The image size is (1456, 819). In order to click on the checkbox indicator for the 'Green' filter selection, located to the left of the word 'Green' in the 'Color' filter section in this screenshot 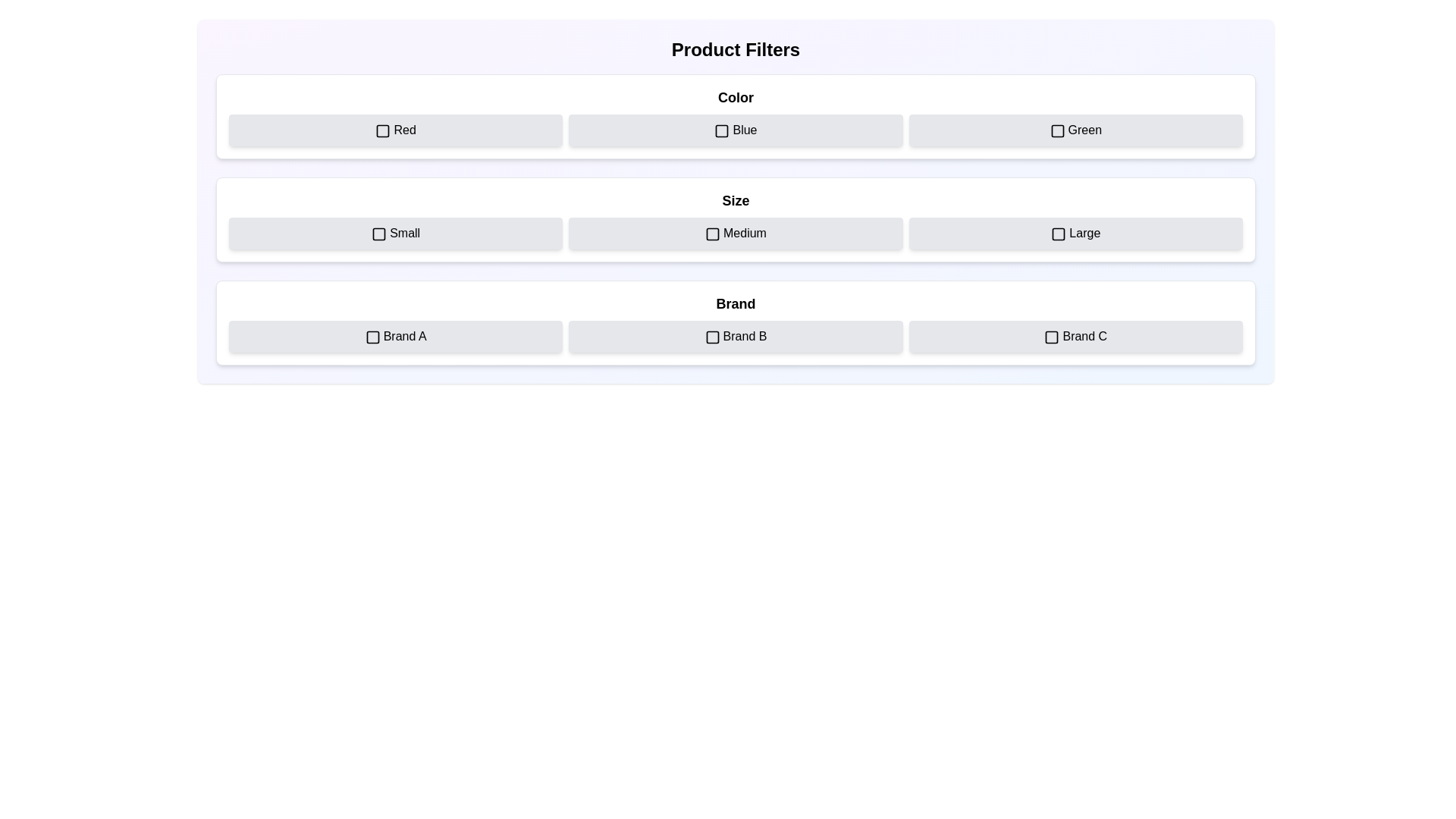, I will do `click(1056, 130)`.